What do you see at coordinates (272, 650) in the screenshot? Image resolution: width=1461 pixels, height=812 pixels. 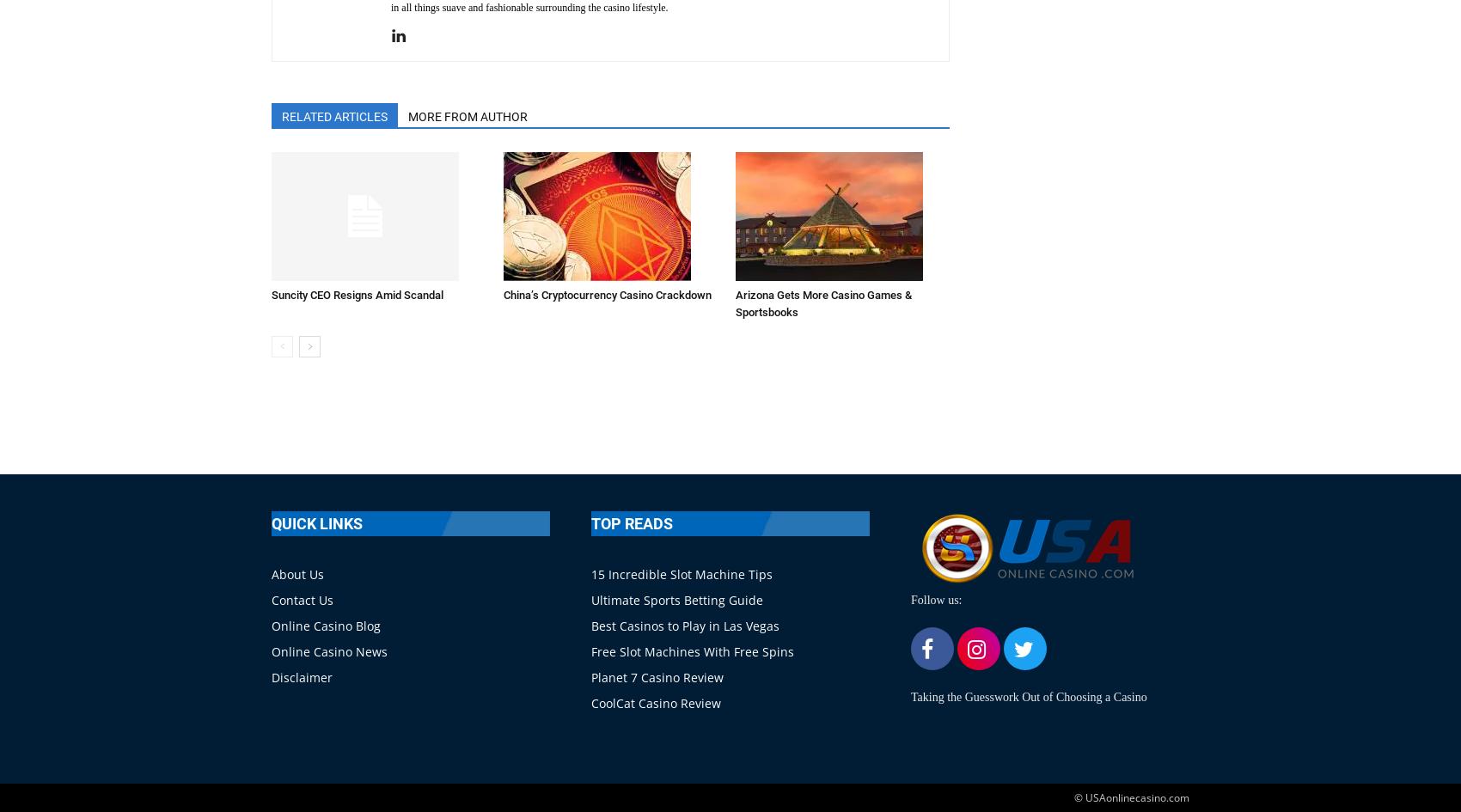 I see `'Online Casino News'` at bounding box center [272, 650].